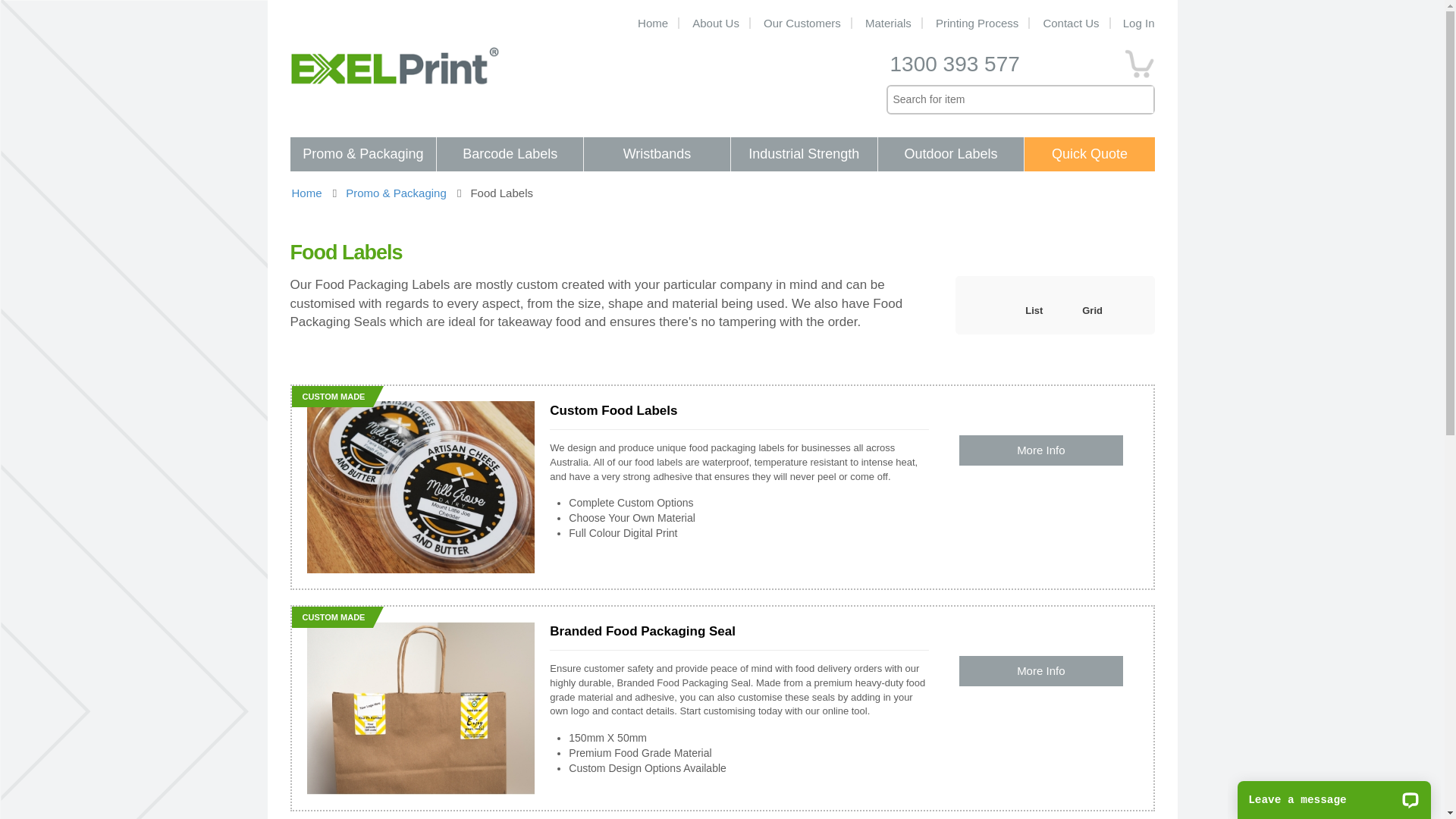  What do you see at coordinates (802, 23) in the screenshot?
I see `'Our Customers'` at bounding box center [802, 23].